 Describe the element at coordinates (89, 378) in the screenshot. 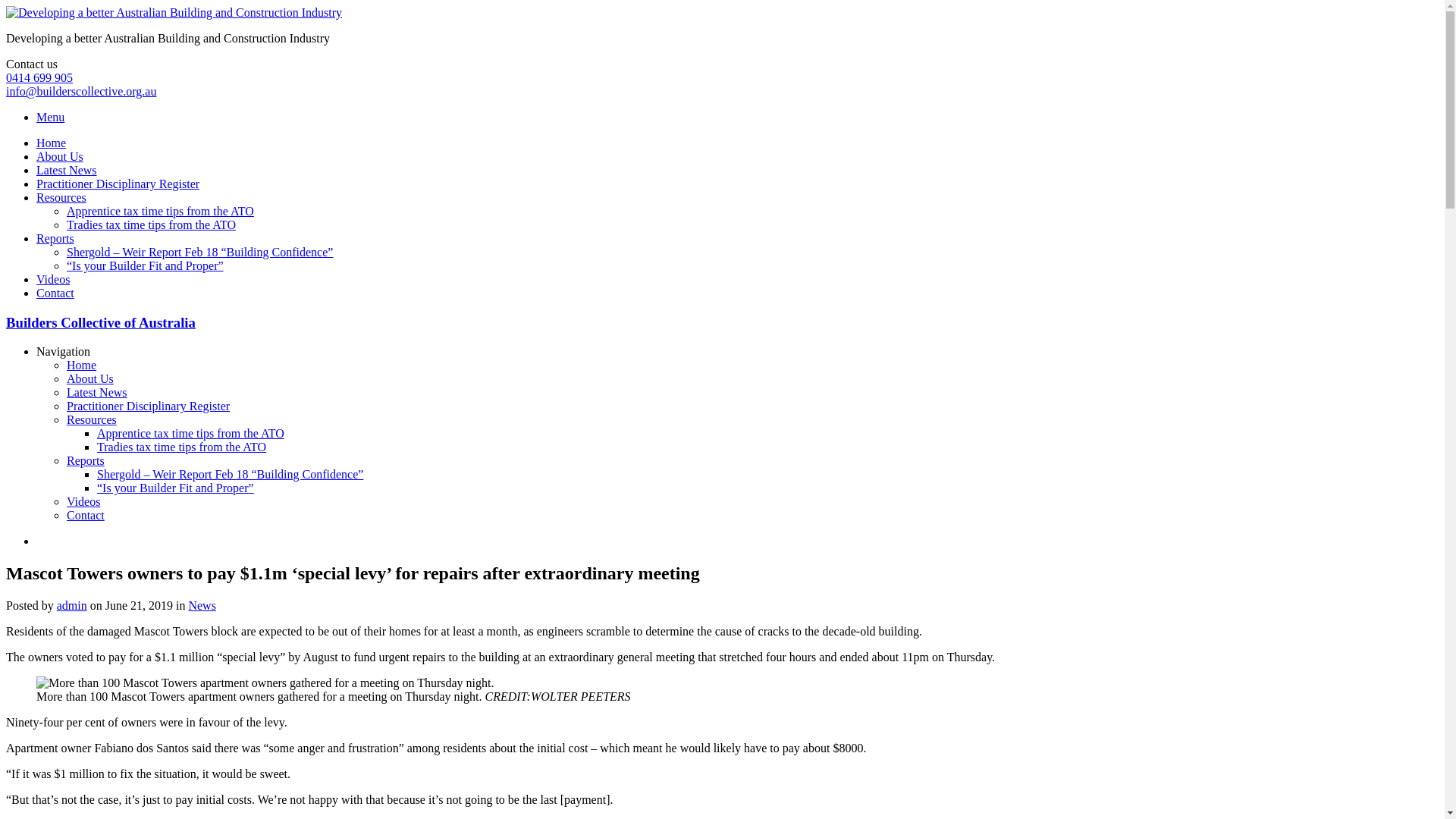

I see `'About Us'` at that location.